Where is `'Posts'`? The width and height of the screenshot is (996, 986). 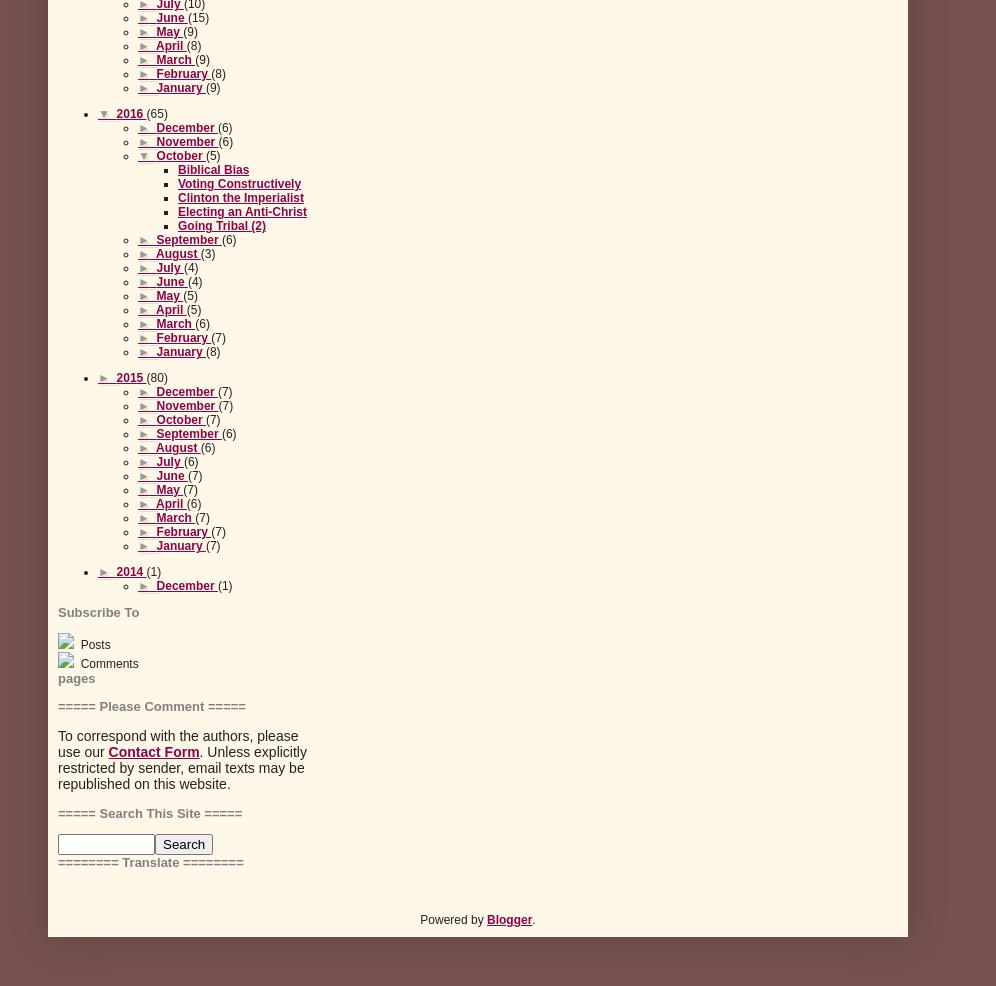 'Posts' is located at coordinates (93, 645).